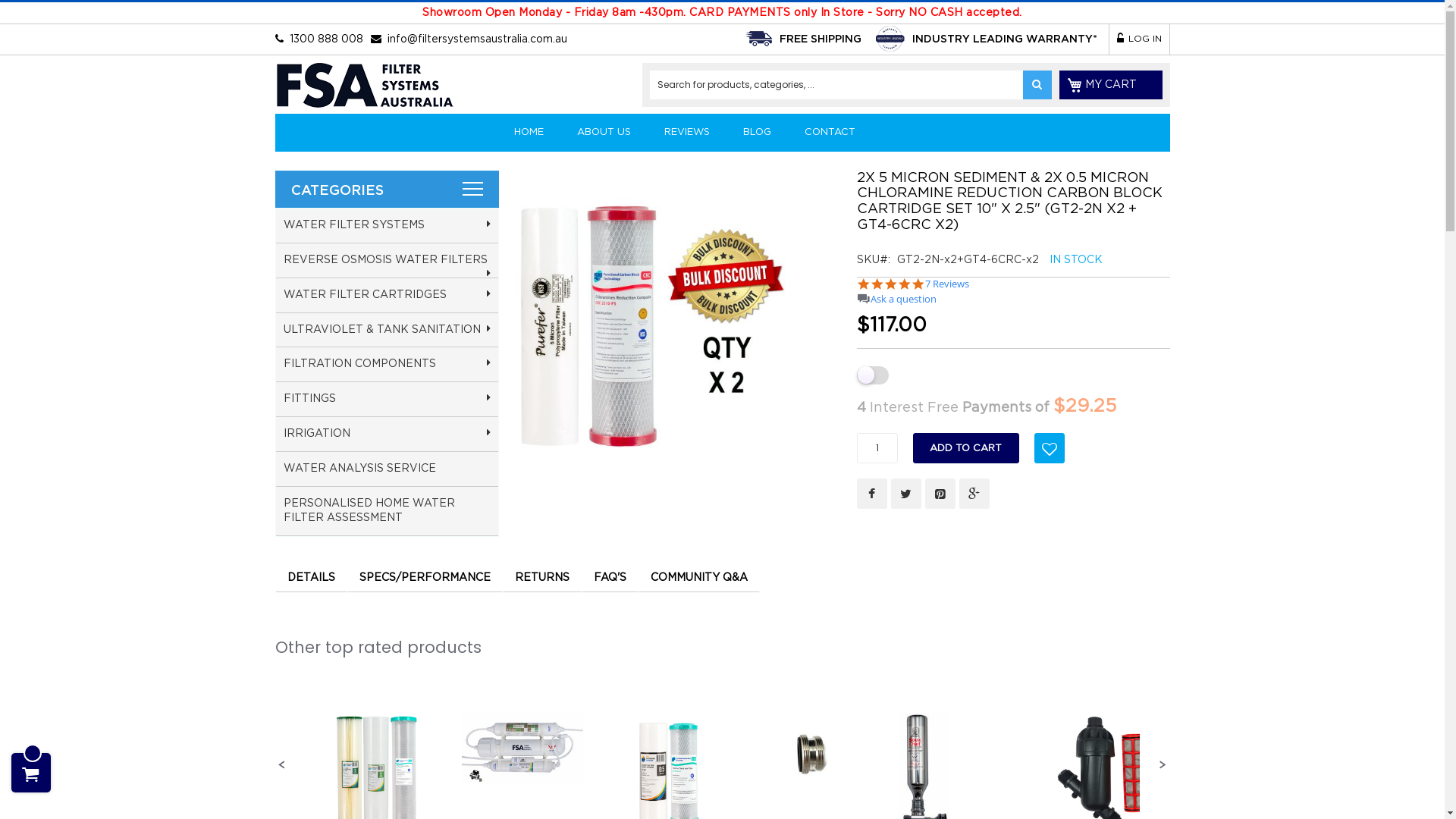 This screenshot has height=819, width=1456. Describe the element at coordinates (877, 447) in the screenshot. I see `'Qty'` at that location.